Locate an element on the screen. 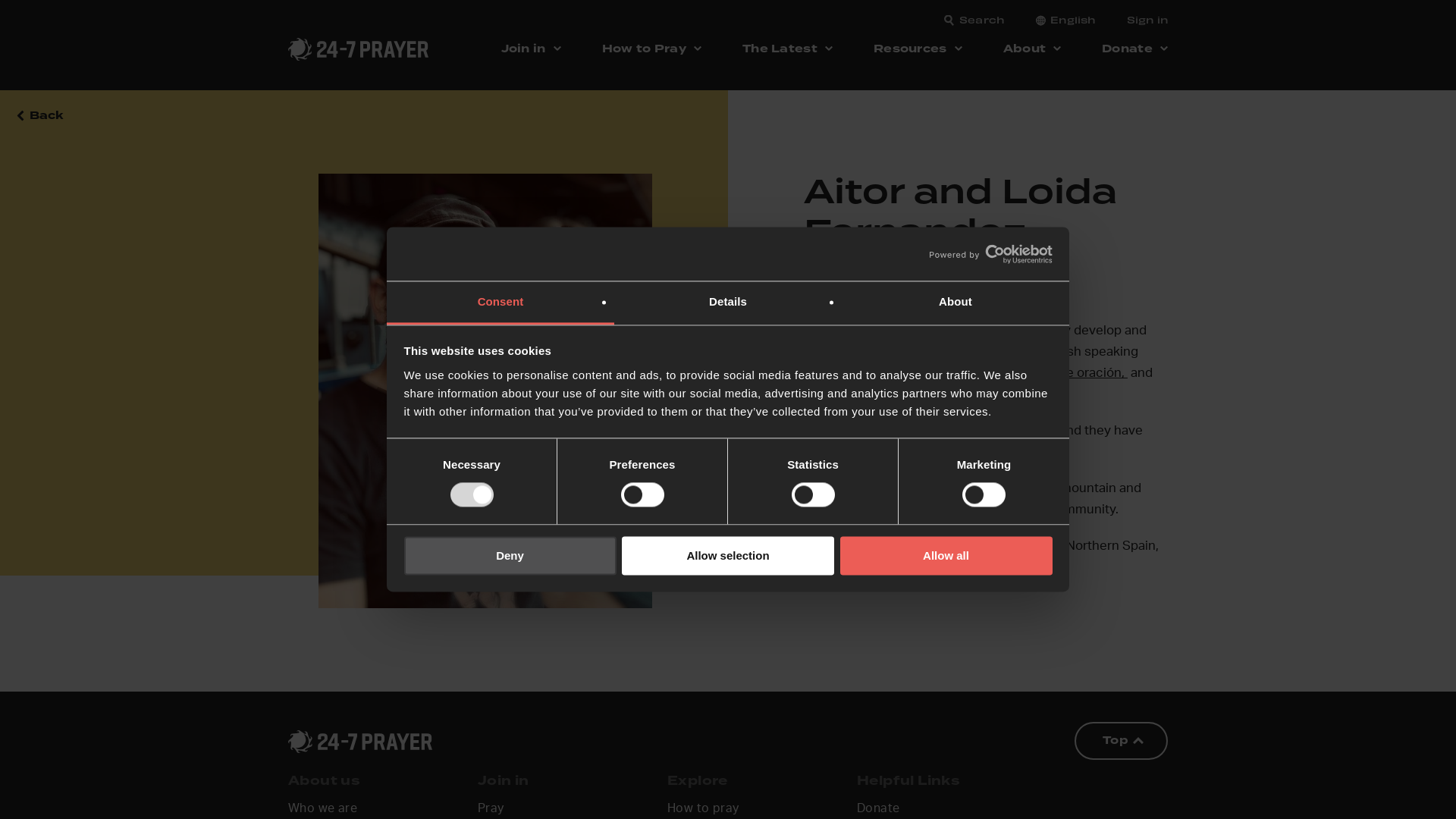 This screenshot has width=1456, height=819. 'How to pray' is located at coordinates (701, 809).